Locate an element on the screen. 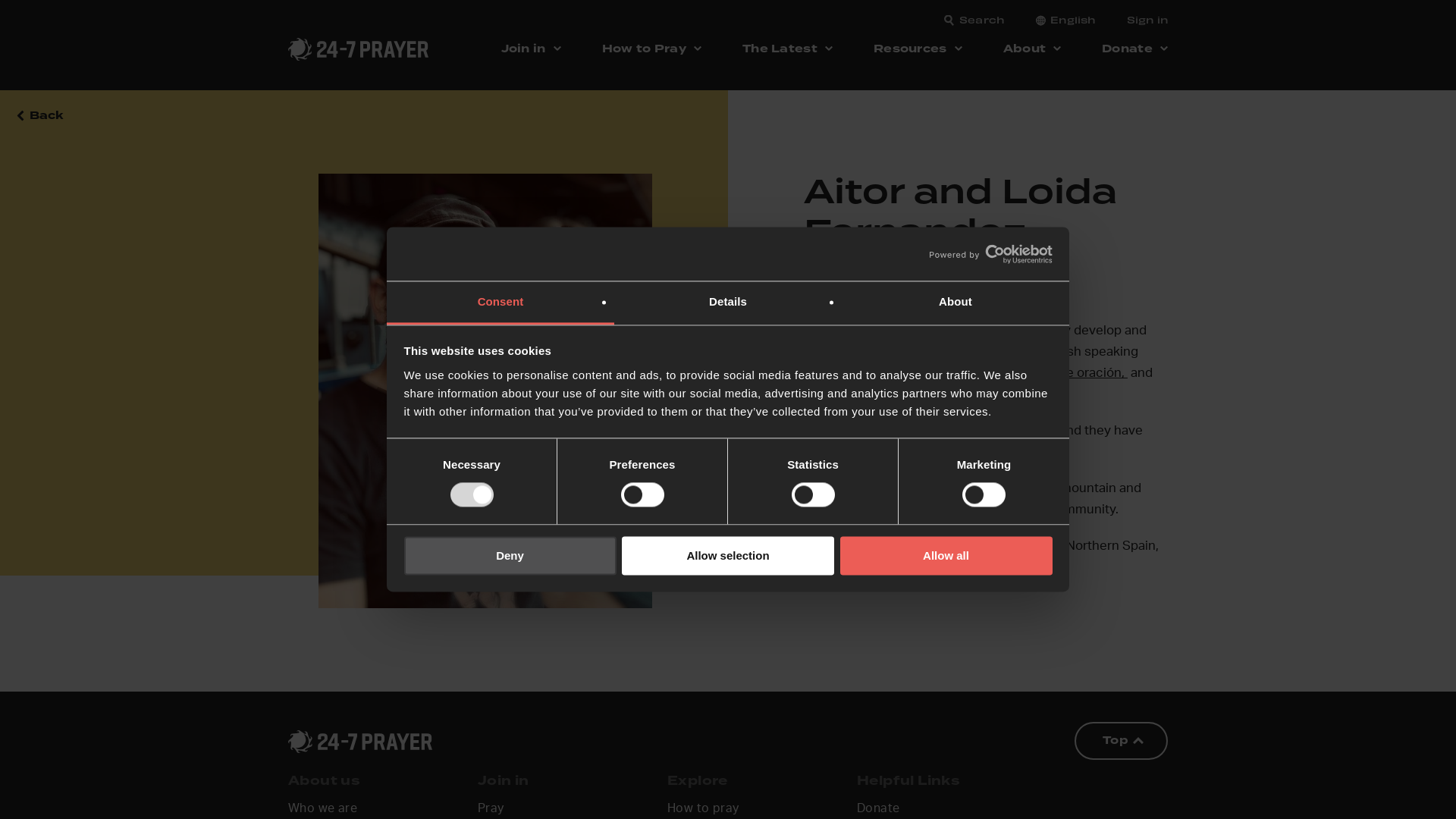 This screenshot has width=1456, height=819. 'How to pray' is located at coordinates (701, 809).